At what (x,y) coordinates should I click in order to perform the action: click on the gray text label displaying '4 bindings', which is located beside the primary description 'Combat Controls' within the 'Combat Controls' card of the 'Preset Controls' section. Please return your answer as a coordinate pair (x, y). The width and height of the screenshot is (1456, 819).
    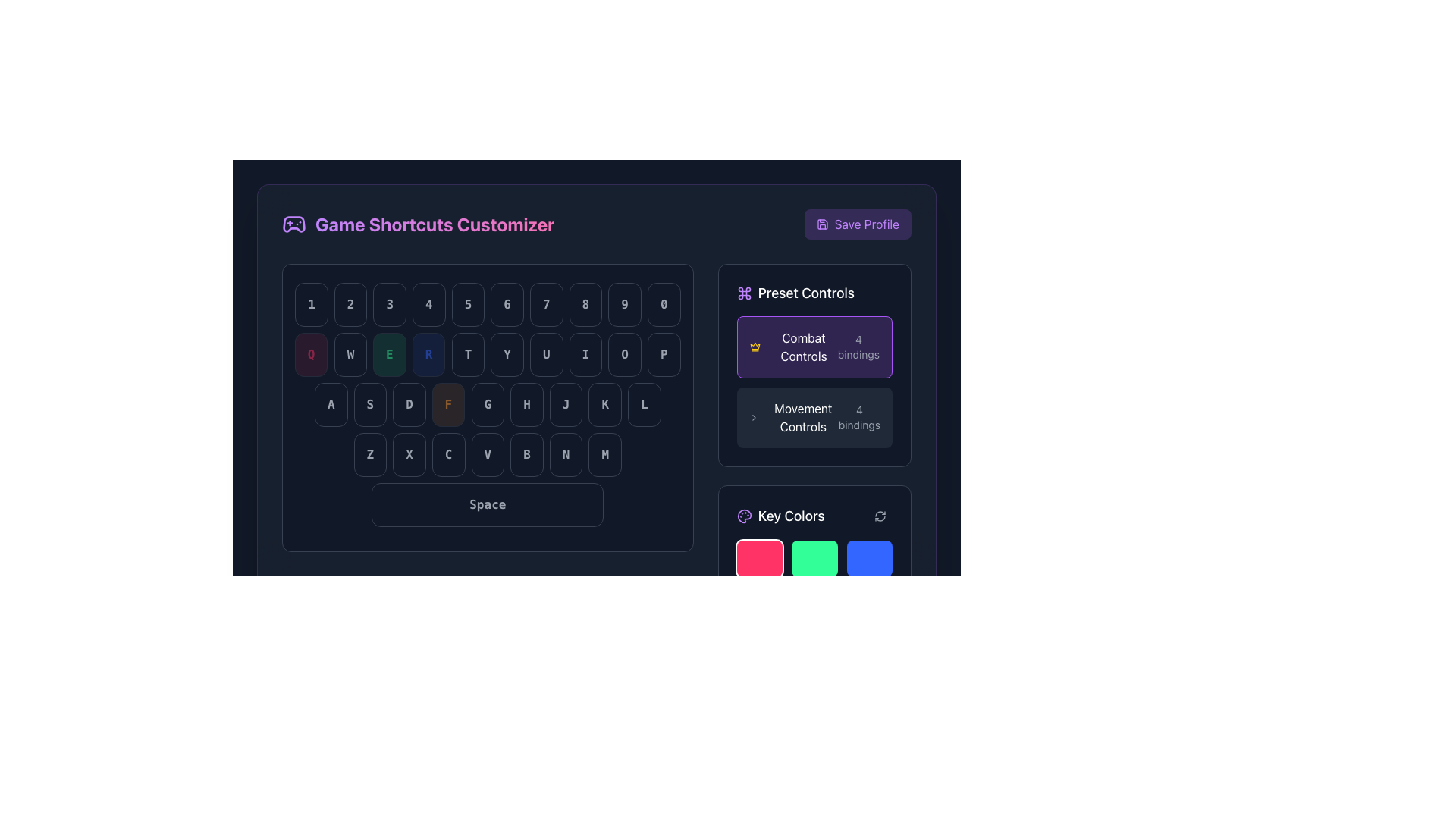
    Looking at the image, I should click on (858, 347).